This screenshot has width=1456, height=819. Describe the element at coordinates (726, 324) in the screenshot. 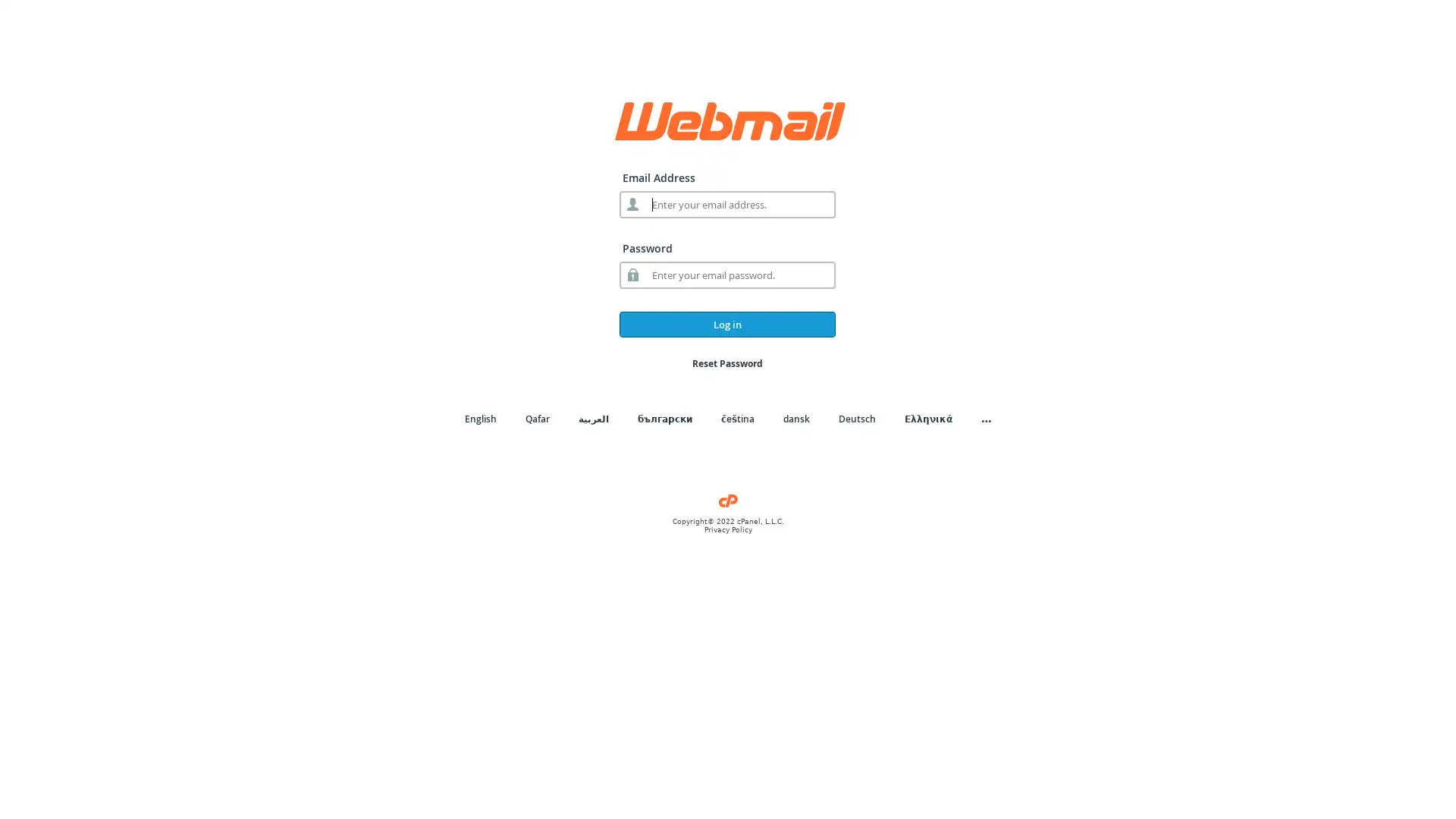

I see `Log in` at that location.